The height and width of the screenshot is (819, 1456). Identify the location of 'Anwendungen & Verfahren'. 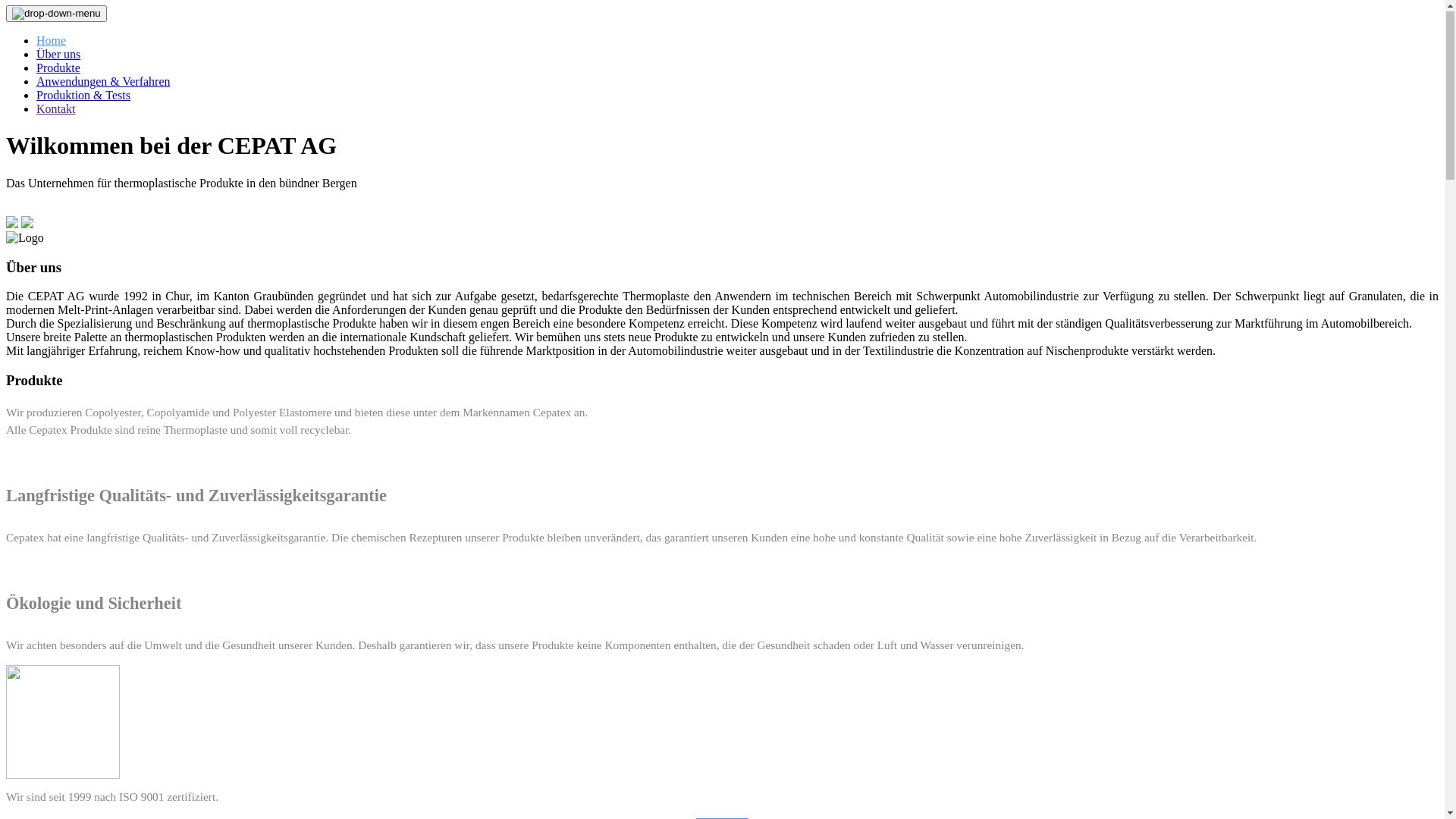
(102, 82).